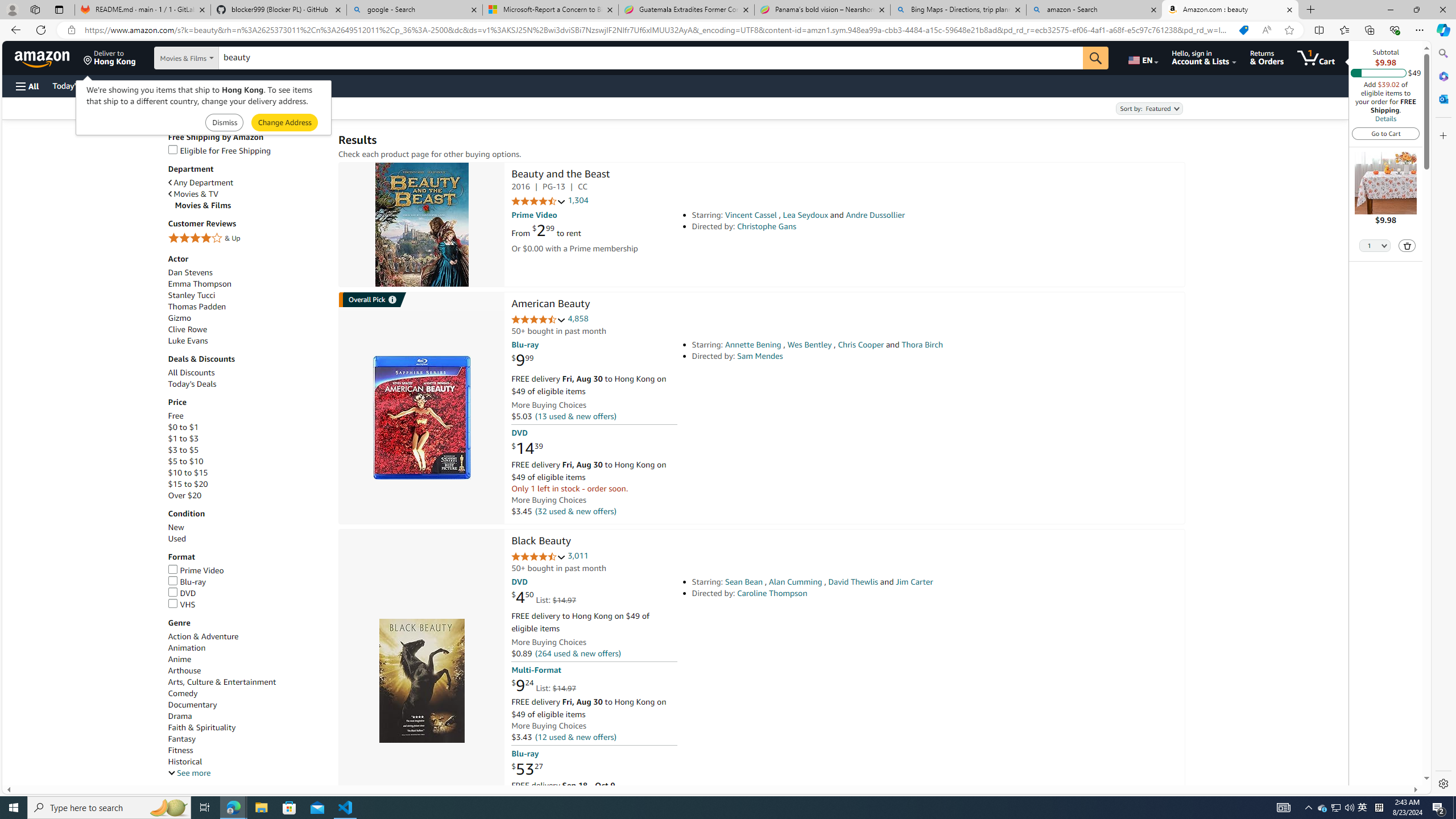 The image size is (1456, 819). What do you see at coordinates (247, 483) in the screenshot?
I see `'$15 to $20'` at bounding box center [247, 483].